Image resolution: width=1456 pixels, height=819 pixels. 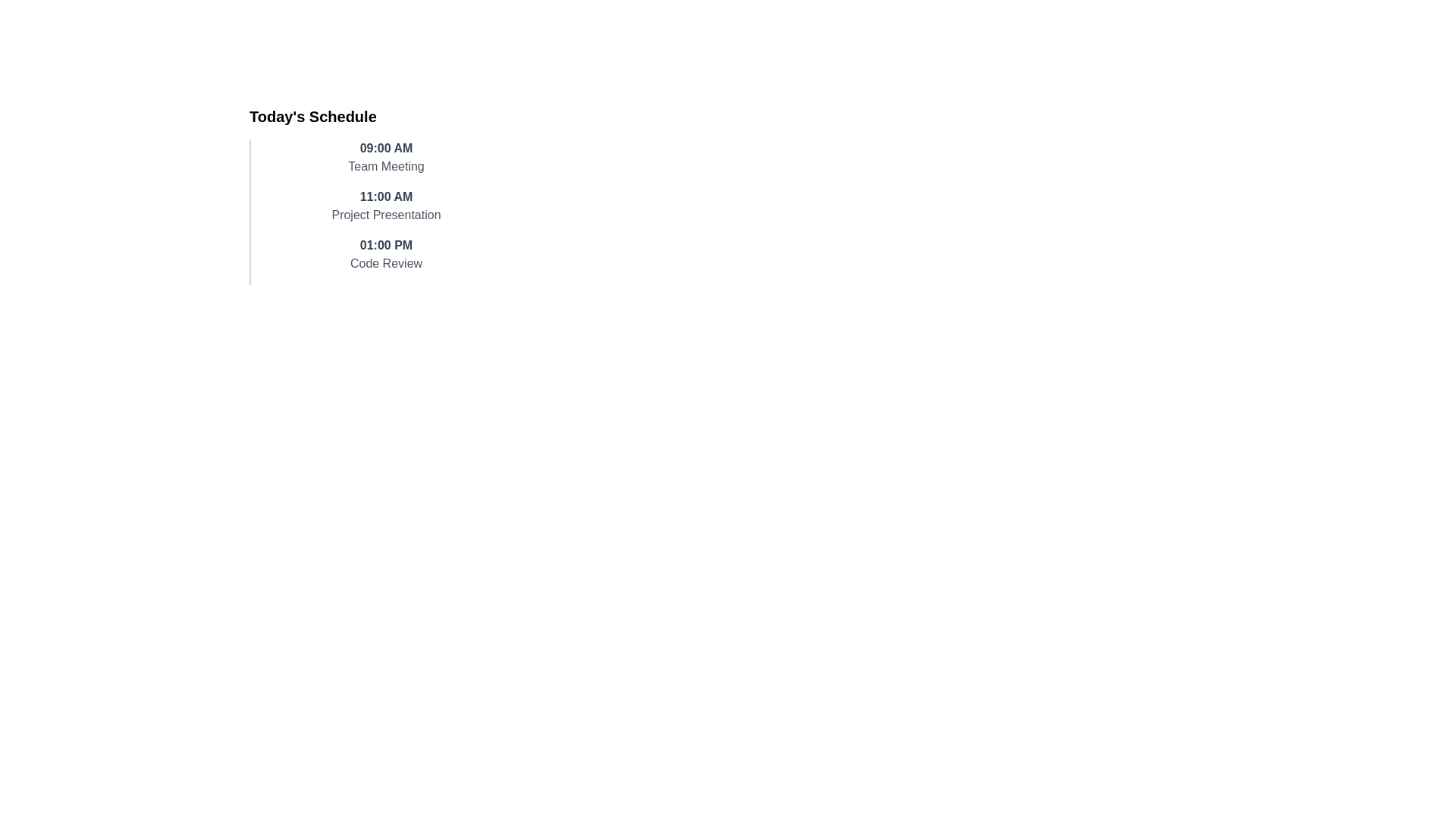 I want to click on text content of the label displaying 'Project Presentation', which is styled in medium gray (#606060) and is positioned below '11:00 AM' in the schedule display, so click(x=386, y=215).